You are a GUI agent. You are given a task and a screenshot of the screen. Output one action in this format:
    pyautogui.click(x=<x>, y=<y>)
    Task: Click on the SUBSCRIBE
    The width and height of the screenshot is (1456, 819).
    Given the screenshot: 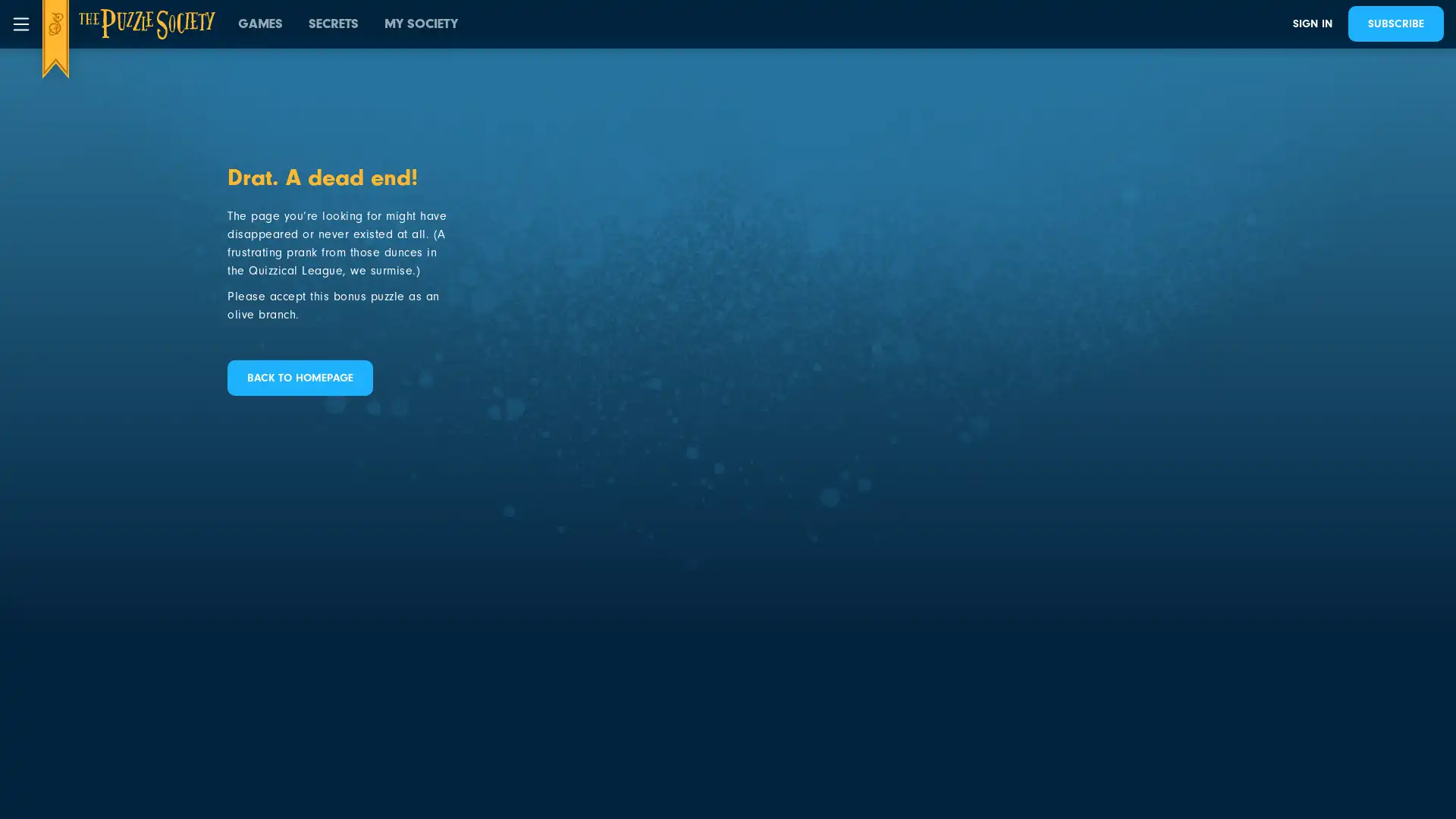 What is the action you would take?
    pyautogui.click(x=1395, y=24)
    